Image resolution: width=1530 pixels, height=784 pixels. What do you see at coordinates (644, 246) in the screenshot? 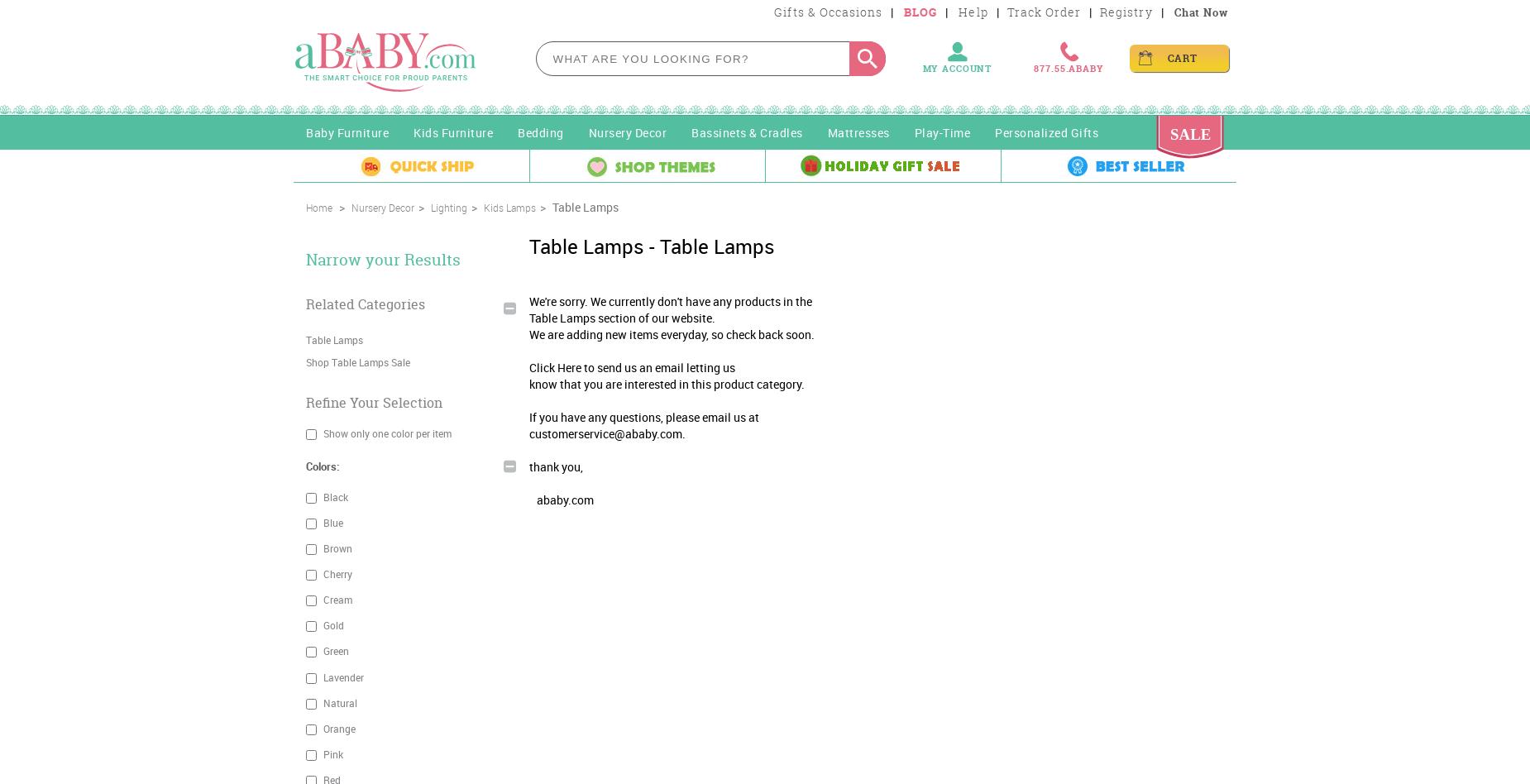
I see `'- Table Lamps'` at bounding box center [644, 246].